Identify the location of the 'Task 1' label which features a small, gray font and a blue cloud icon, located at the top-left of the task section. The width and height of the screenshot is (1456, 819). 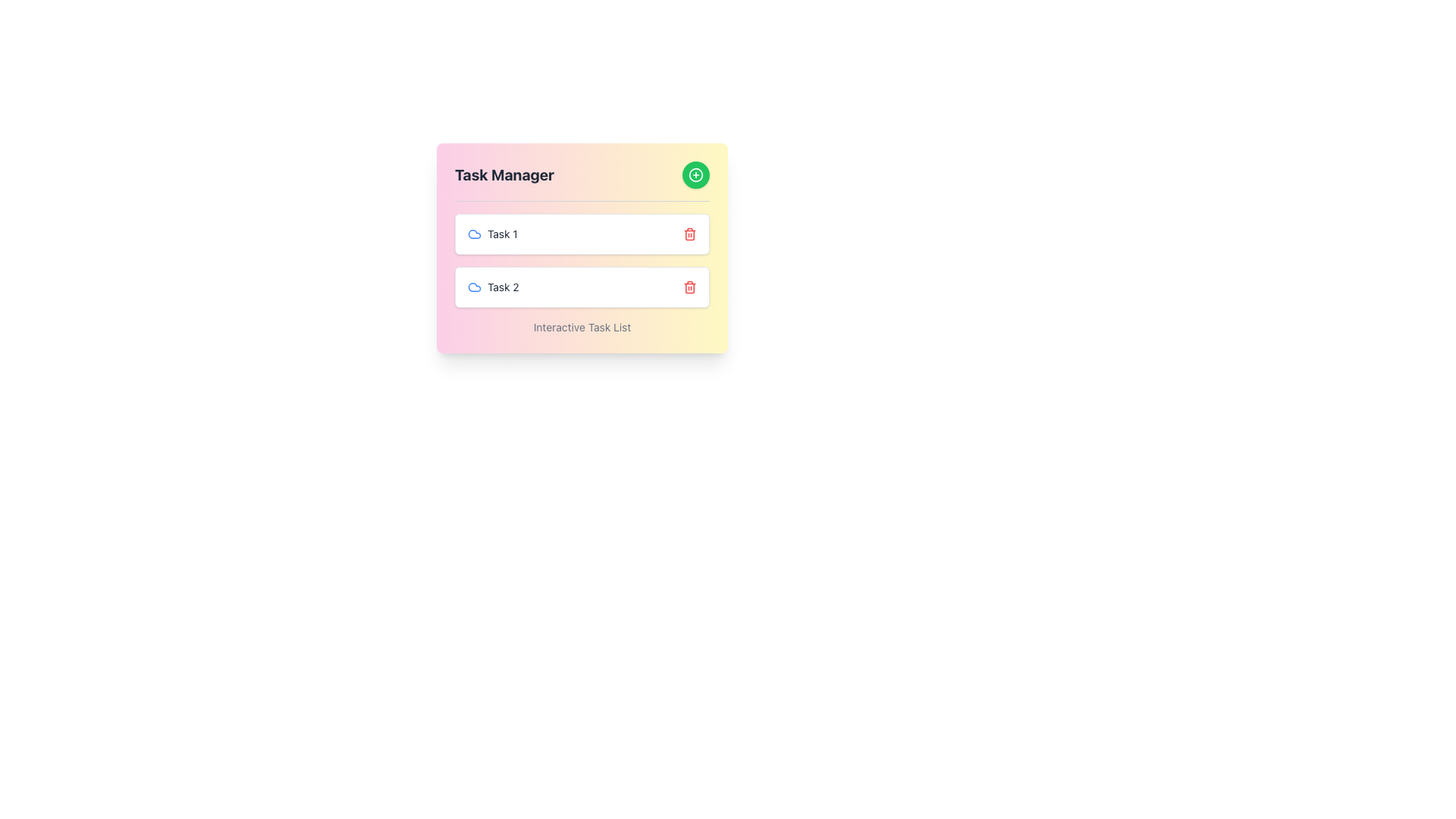
(492, 234).